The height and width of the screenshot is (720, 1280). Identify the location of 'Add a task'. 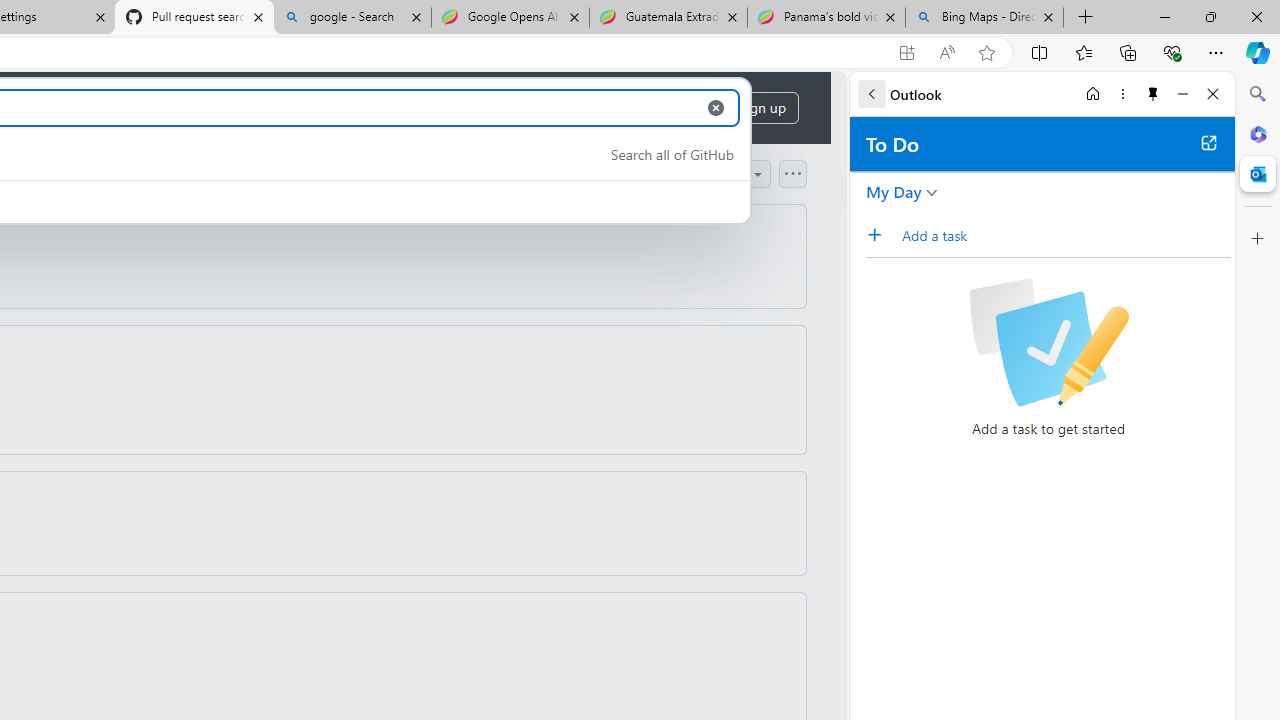
(880, 234).